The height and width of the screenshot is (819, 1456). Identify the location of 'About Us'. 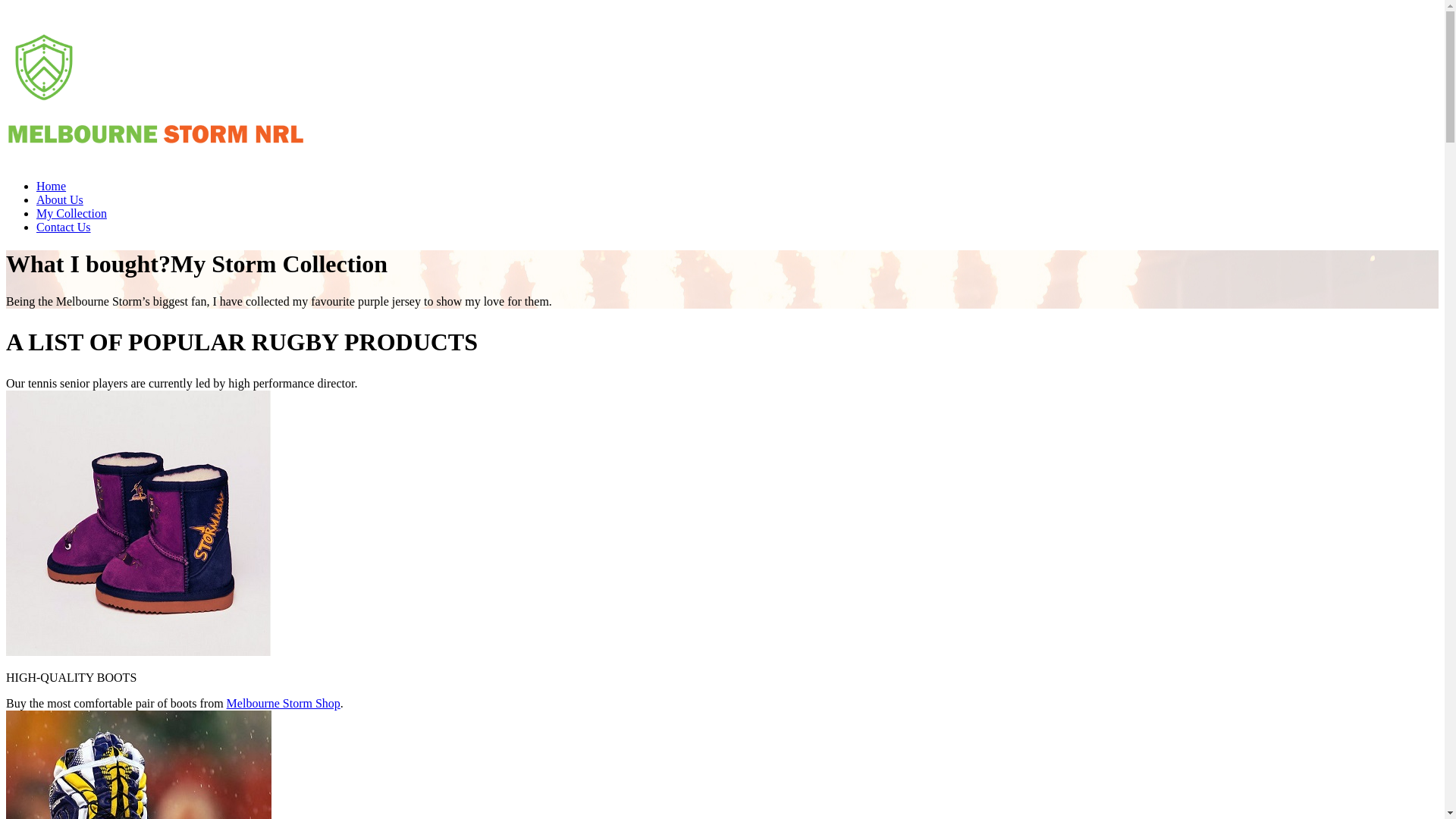
(36, 199).